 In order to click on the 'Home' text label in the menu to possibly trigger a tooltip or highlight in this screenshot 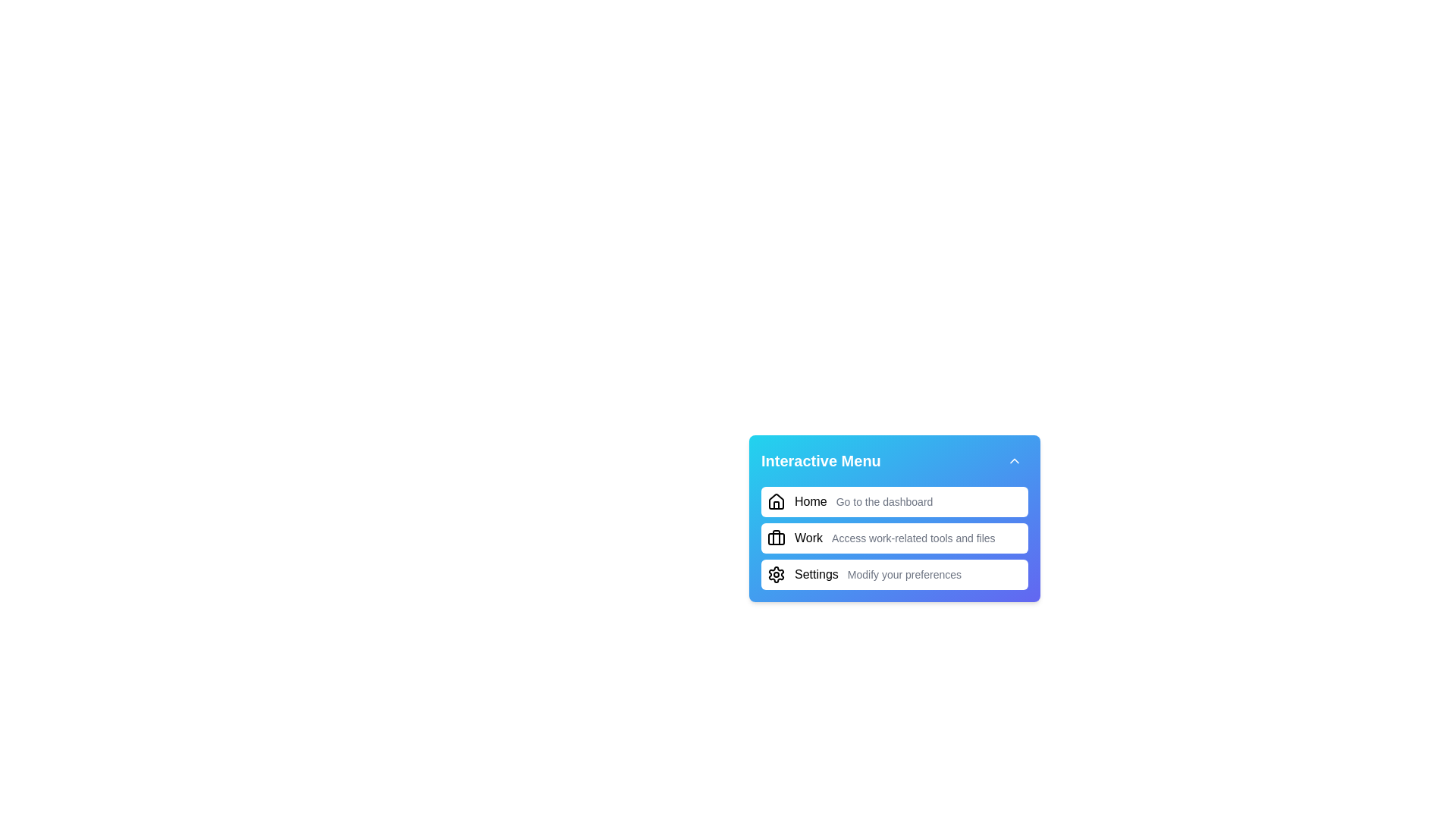, I will do `click(810, 502)`.